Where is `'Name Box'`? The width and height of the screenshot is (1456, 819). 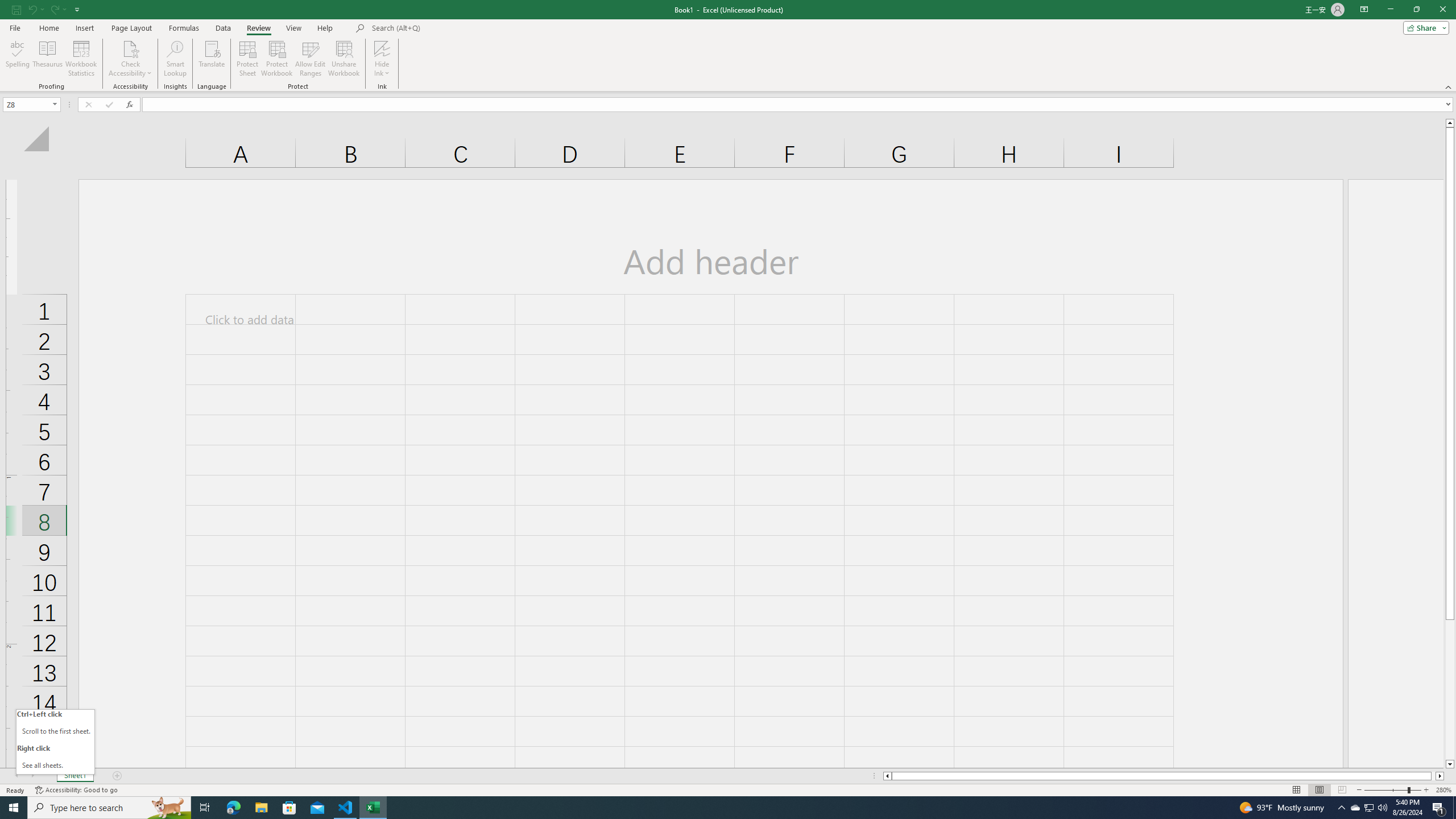
'Name Box' is located at coordinates (31, 104).